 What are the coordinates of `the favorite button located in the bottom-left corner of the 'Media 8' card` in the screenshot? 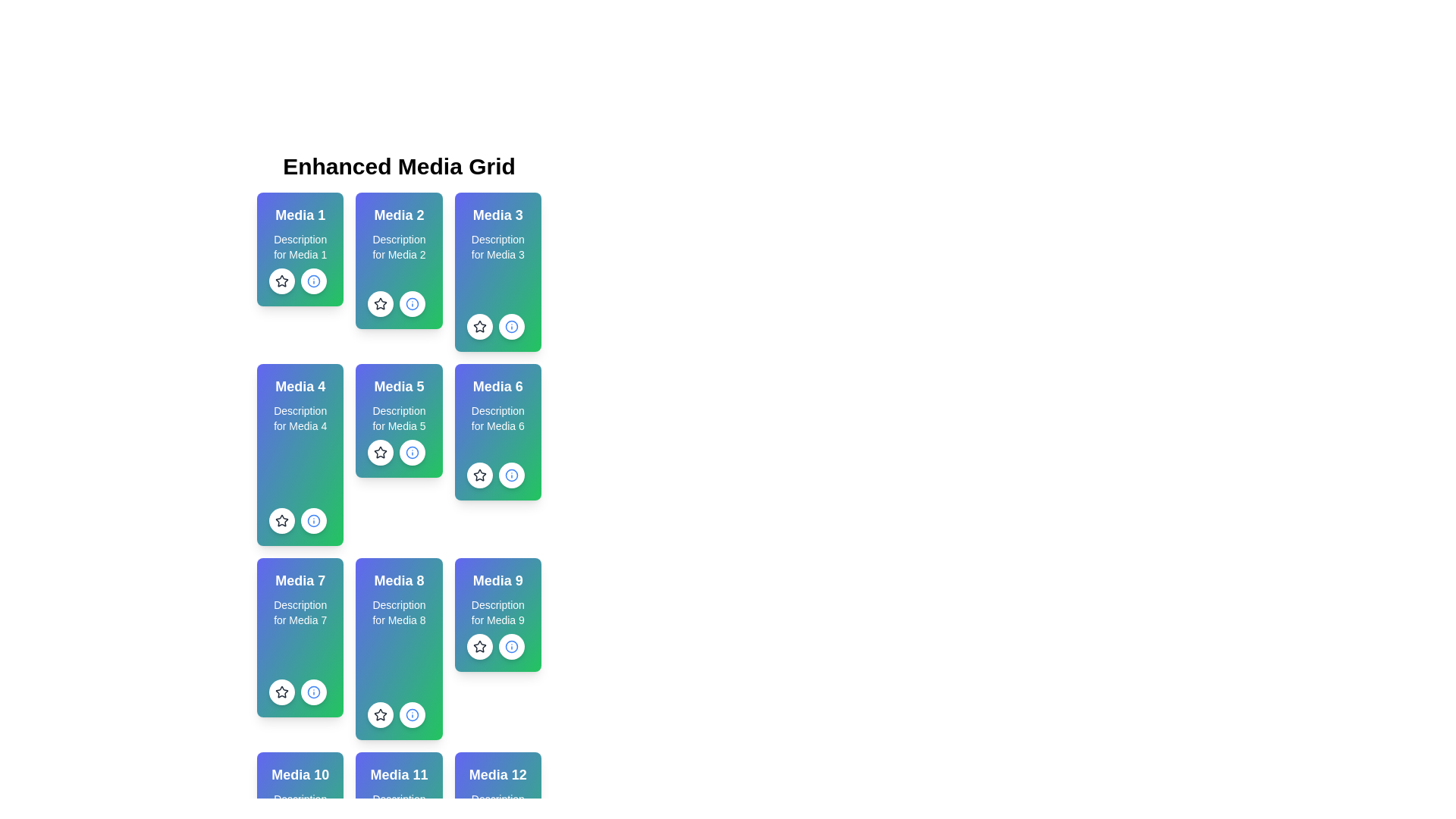 It's located at (381, 714).